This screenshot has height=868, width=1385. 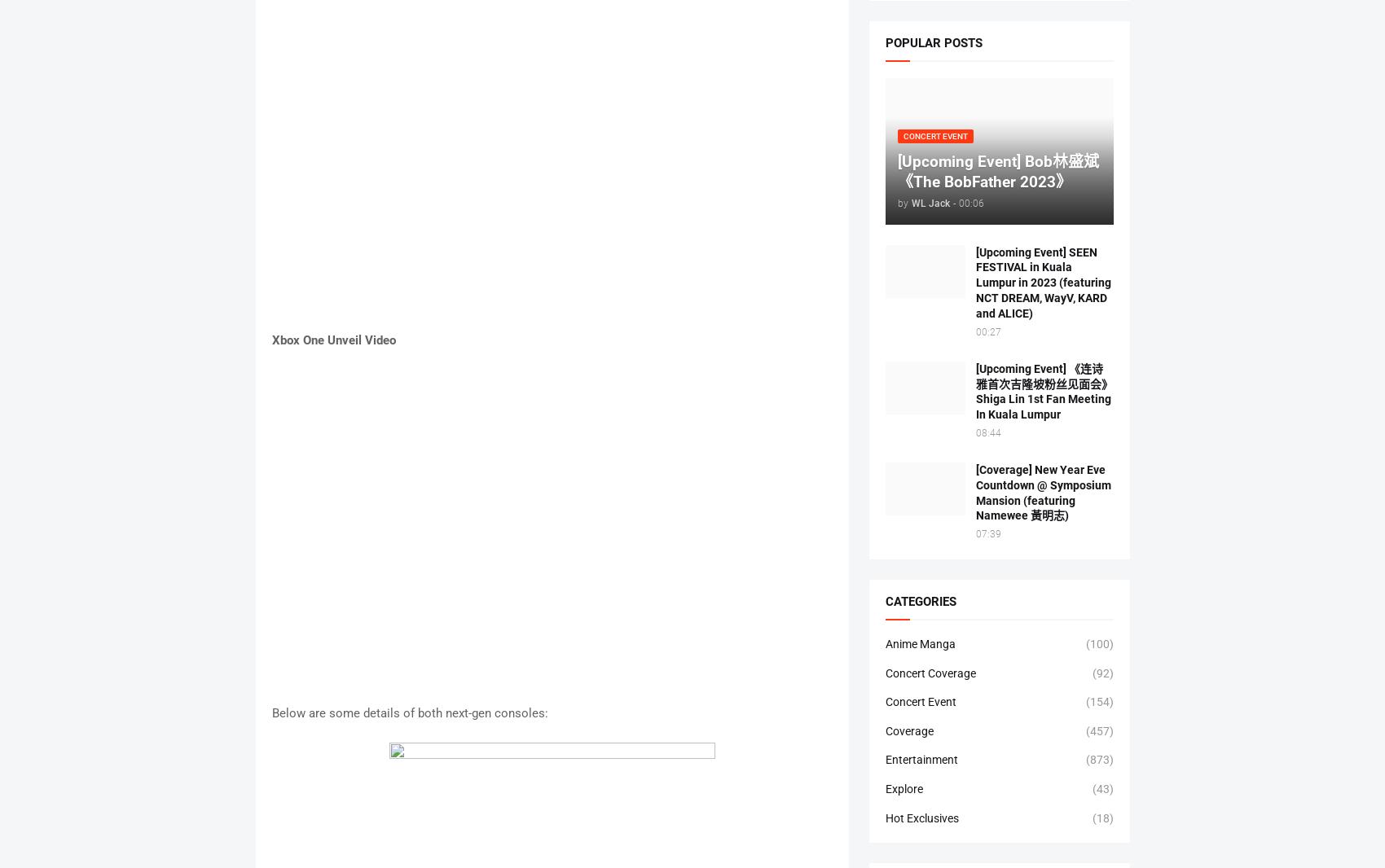 I want to click on '[Upcoming Event] Bob林盛斌《The BobFather 2023》', so click(x=996, y=170).